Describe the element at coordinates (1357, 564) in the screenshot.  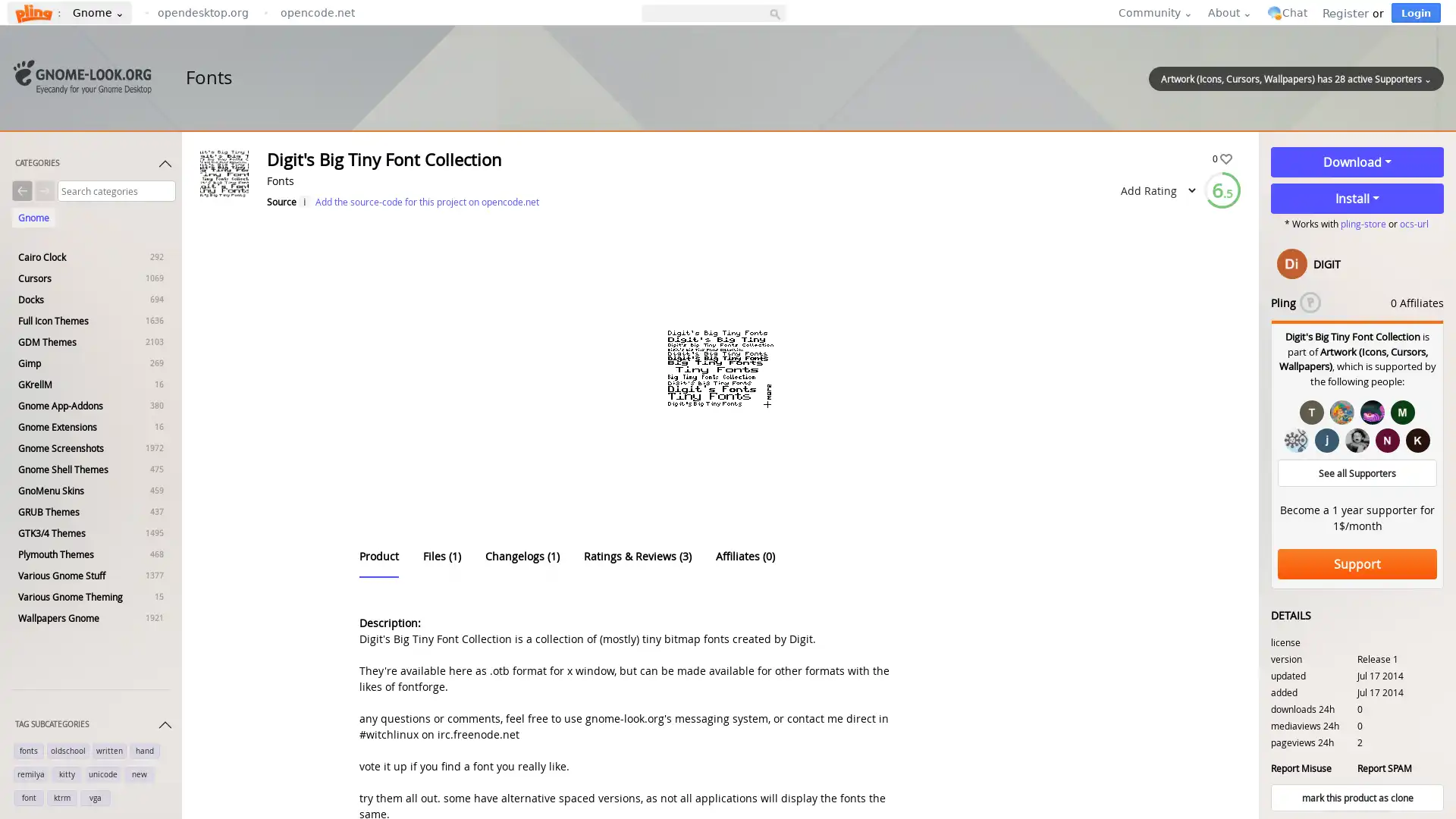
I see `Support` at that location.